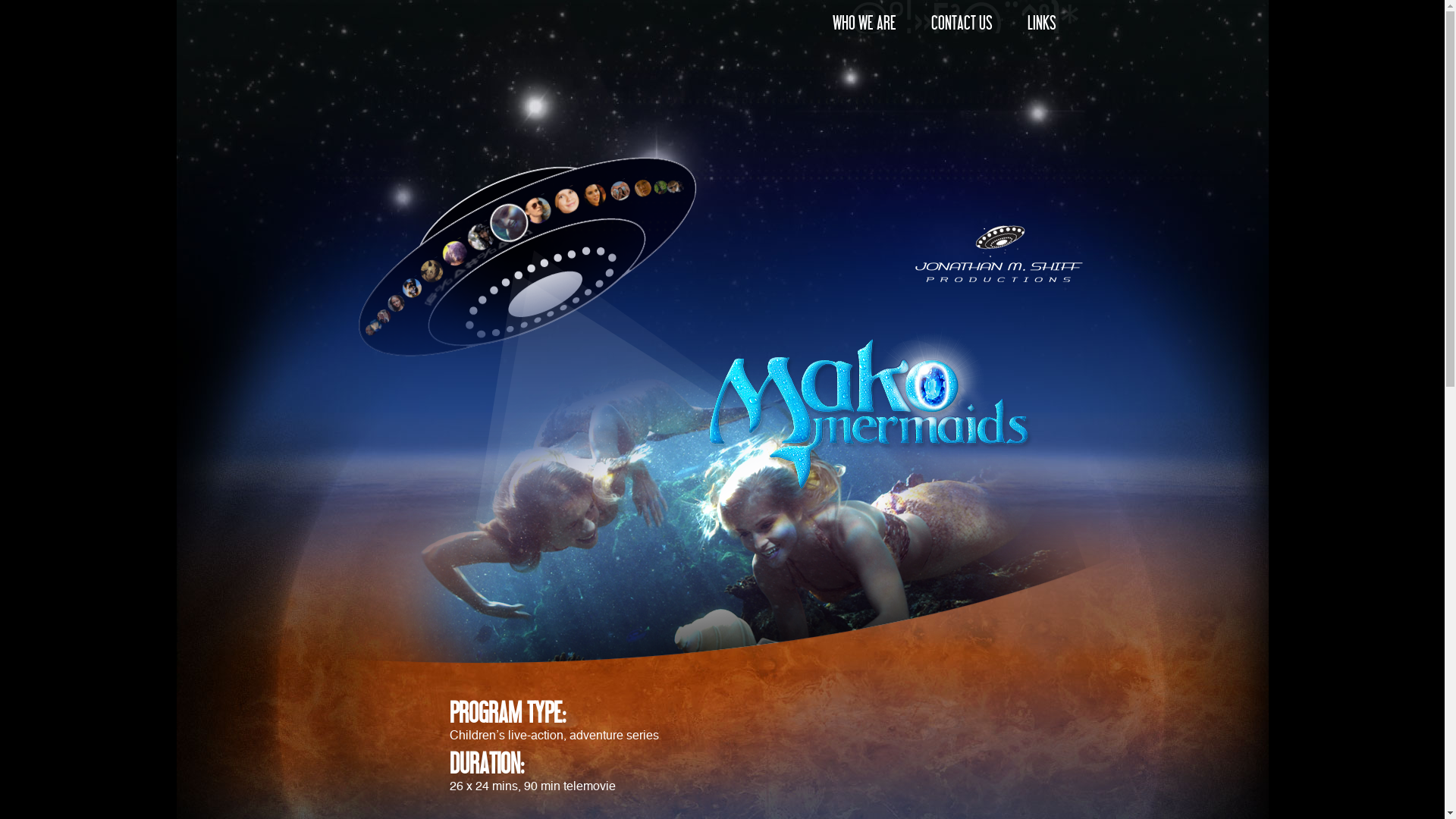  What do you see at coordinates (475, 237) in the screenshot?
I see `'The Pandas'` at bounding box center [475, 237].